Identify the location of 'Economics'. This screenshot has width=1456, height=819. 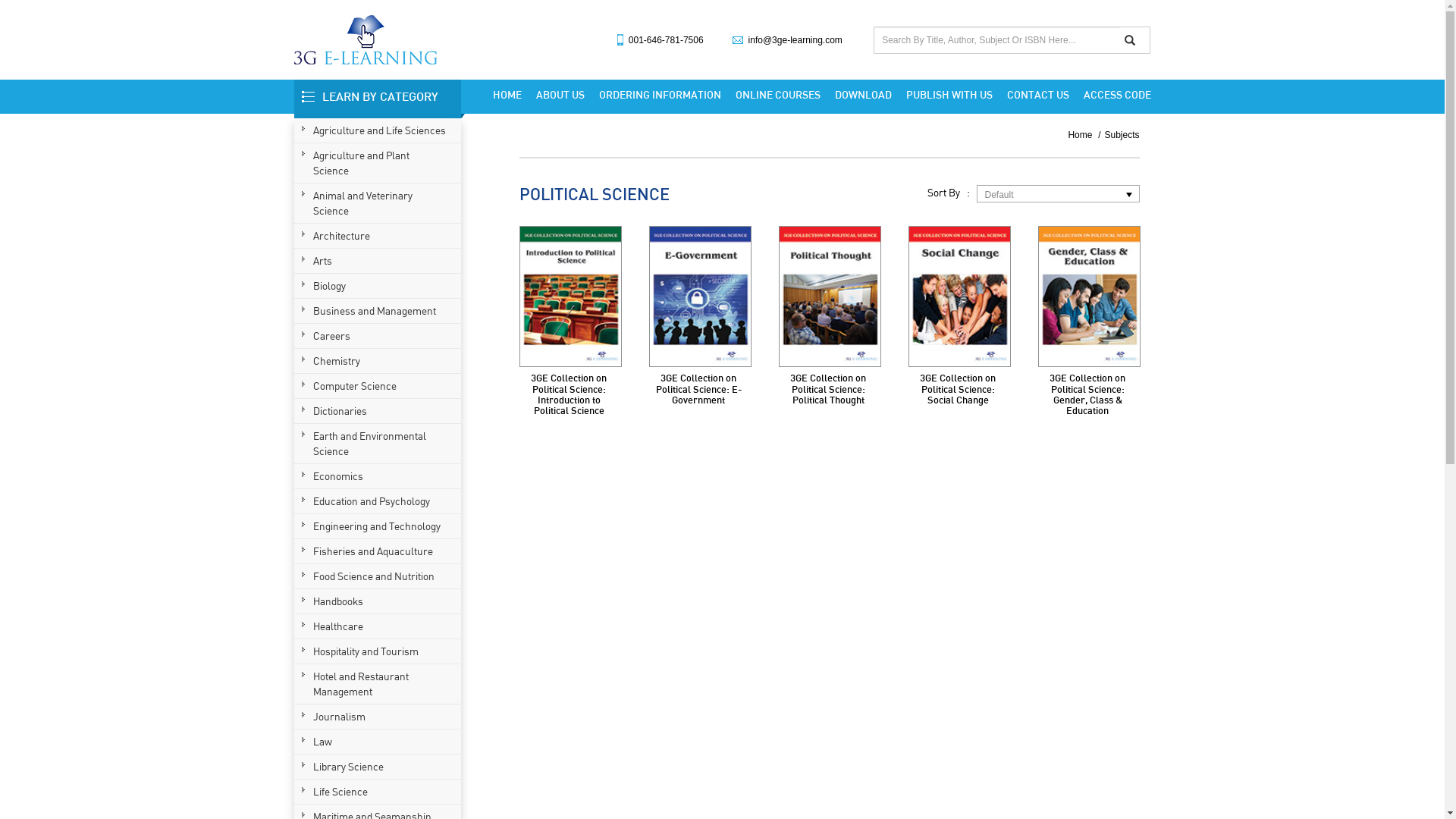
(378, 475).